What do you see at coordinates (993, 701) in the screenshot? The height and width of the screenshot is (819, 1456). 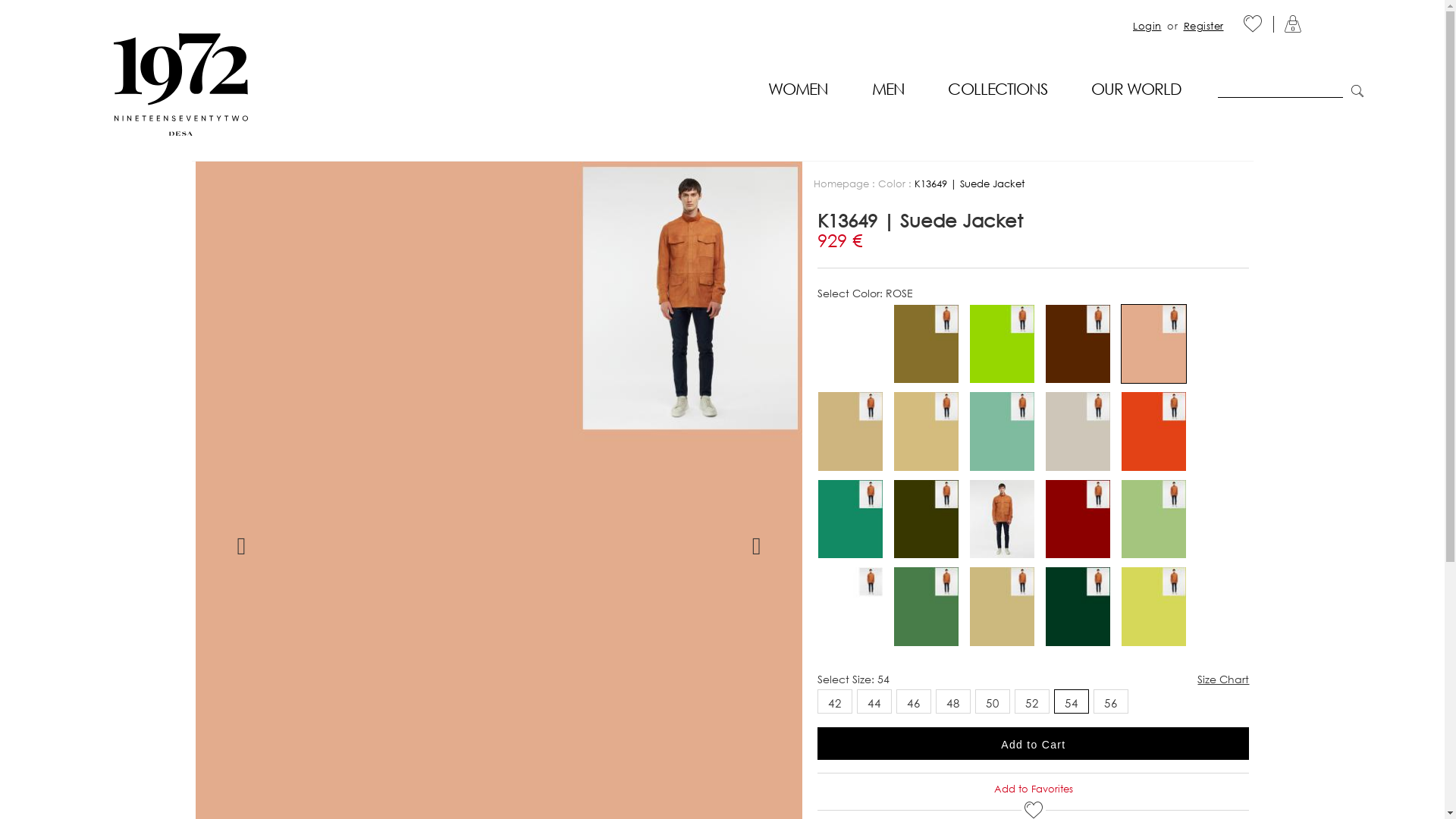 I see `'50'` at bounding box center [993, 701].